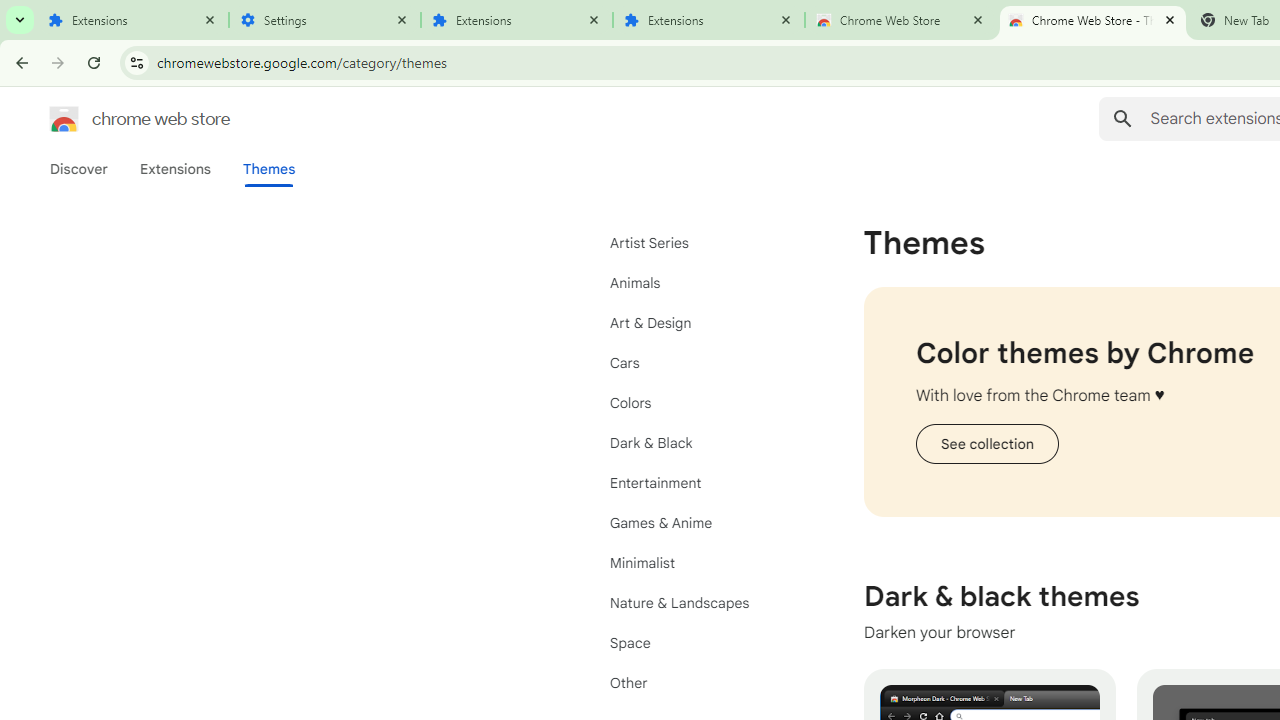 This screenshot has height=720, width=1280. What do you see at coordinates (268, 168) in the screenshot?
I see `'Themes'` at bounding box center [268, 168].